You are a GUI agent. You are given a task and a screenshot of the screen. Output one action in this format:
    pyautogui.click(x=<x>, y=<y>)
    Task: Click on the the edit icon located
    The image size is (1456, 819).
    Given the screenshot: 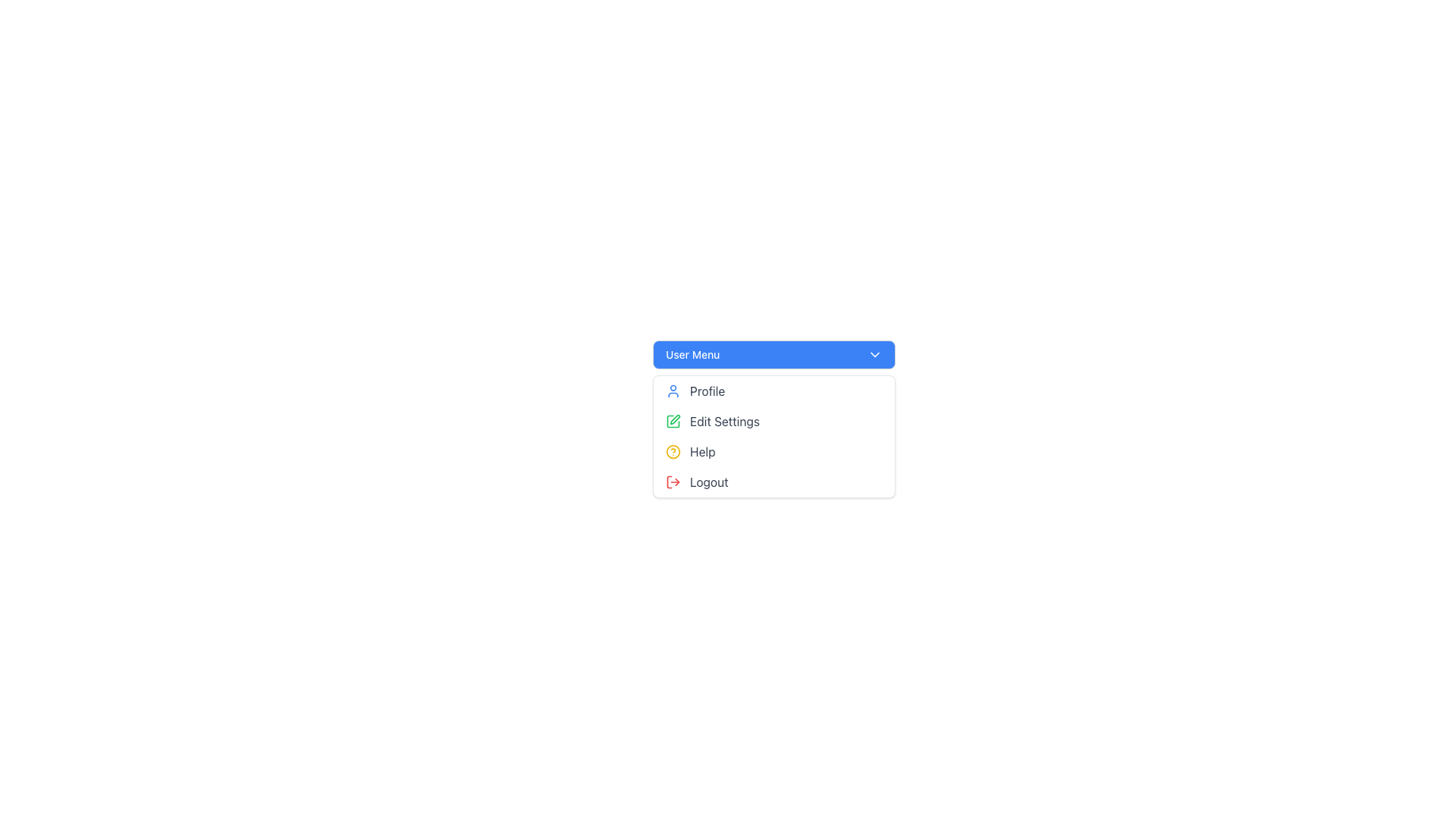 What is the action you would take?
    pyautogui.click(x=673, y=421)
    